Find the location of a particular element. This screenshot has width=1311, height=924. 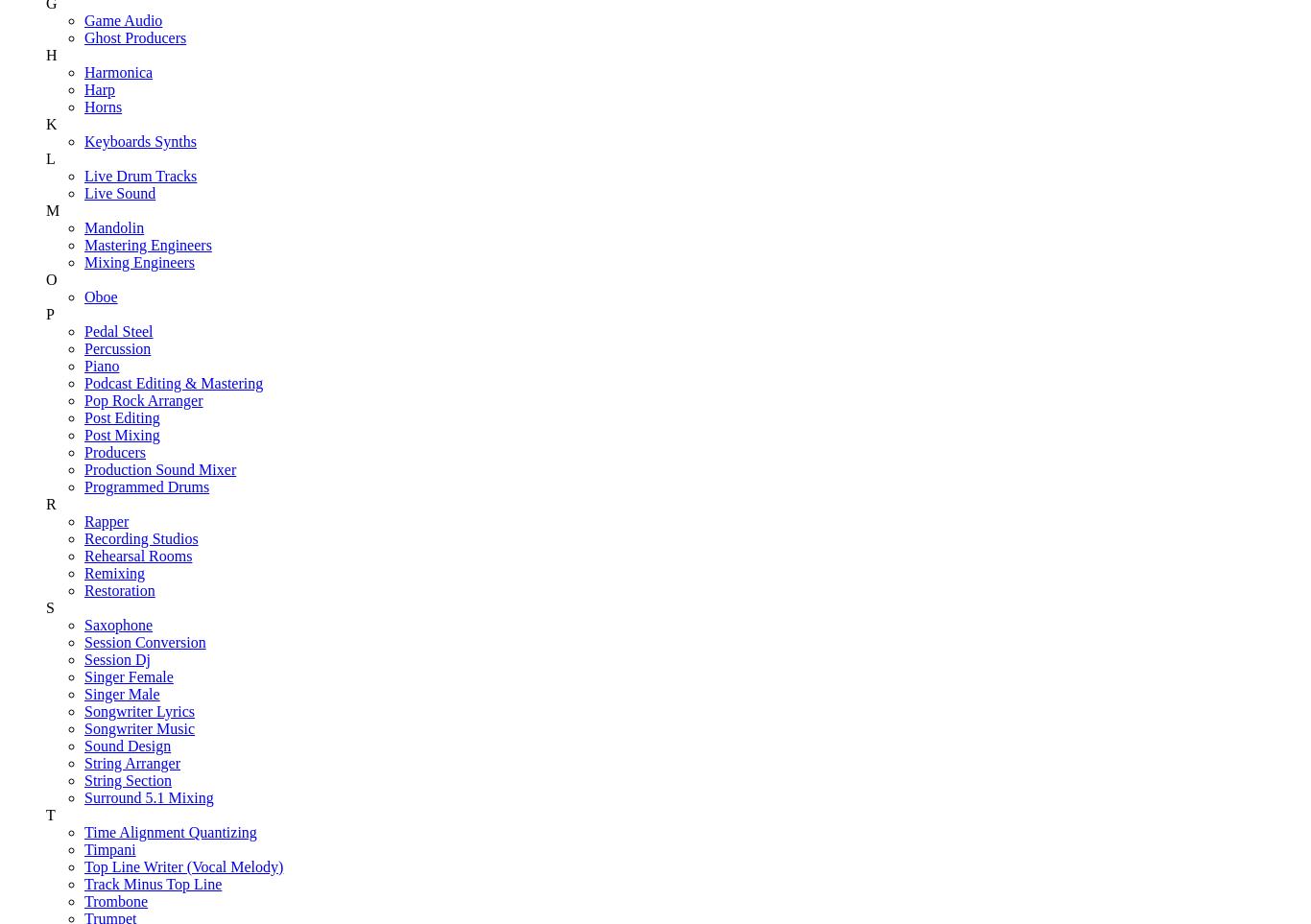

'T' is located at coordinates (50, 814).